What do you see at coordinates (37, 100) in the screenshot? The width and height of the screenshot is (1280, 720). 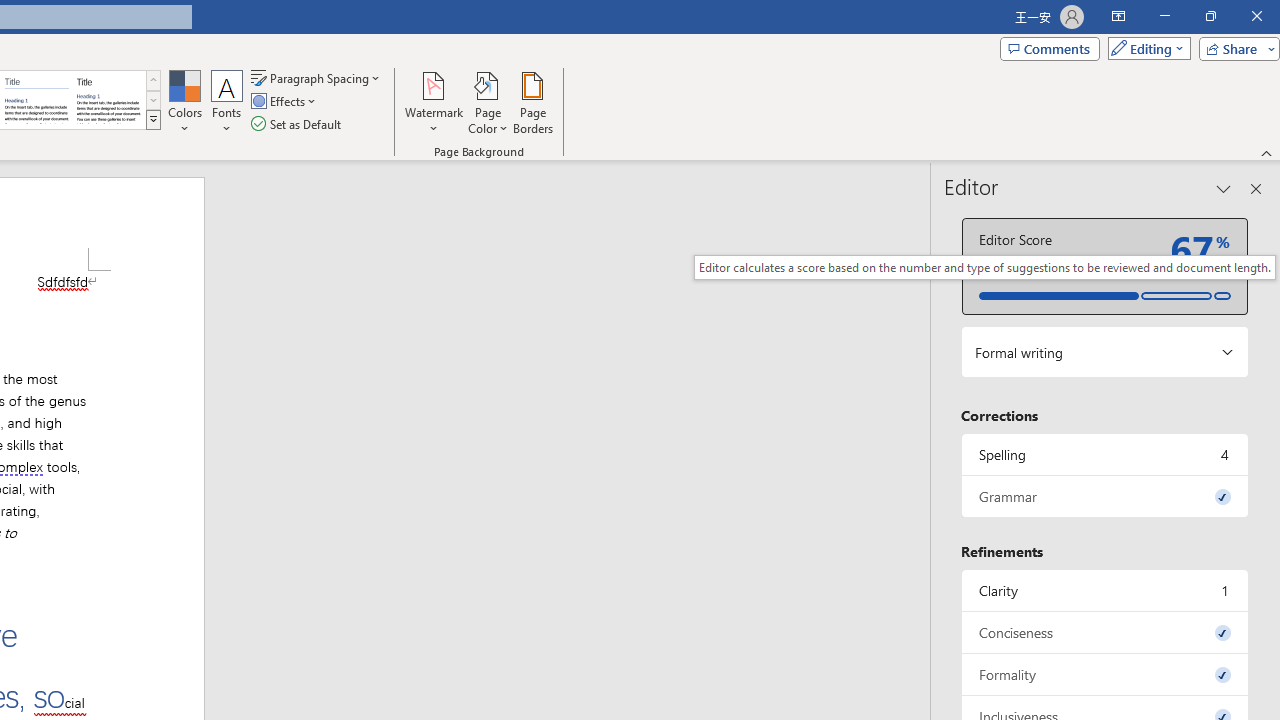 I see `'Word 2010'` at bounding box center [37, 100].